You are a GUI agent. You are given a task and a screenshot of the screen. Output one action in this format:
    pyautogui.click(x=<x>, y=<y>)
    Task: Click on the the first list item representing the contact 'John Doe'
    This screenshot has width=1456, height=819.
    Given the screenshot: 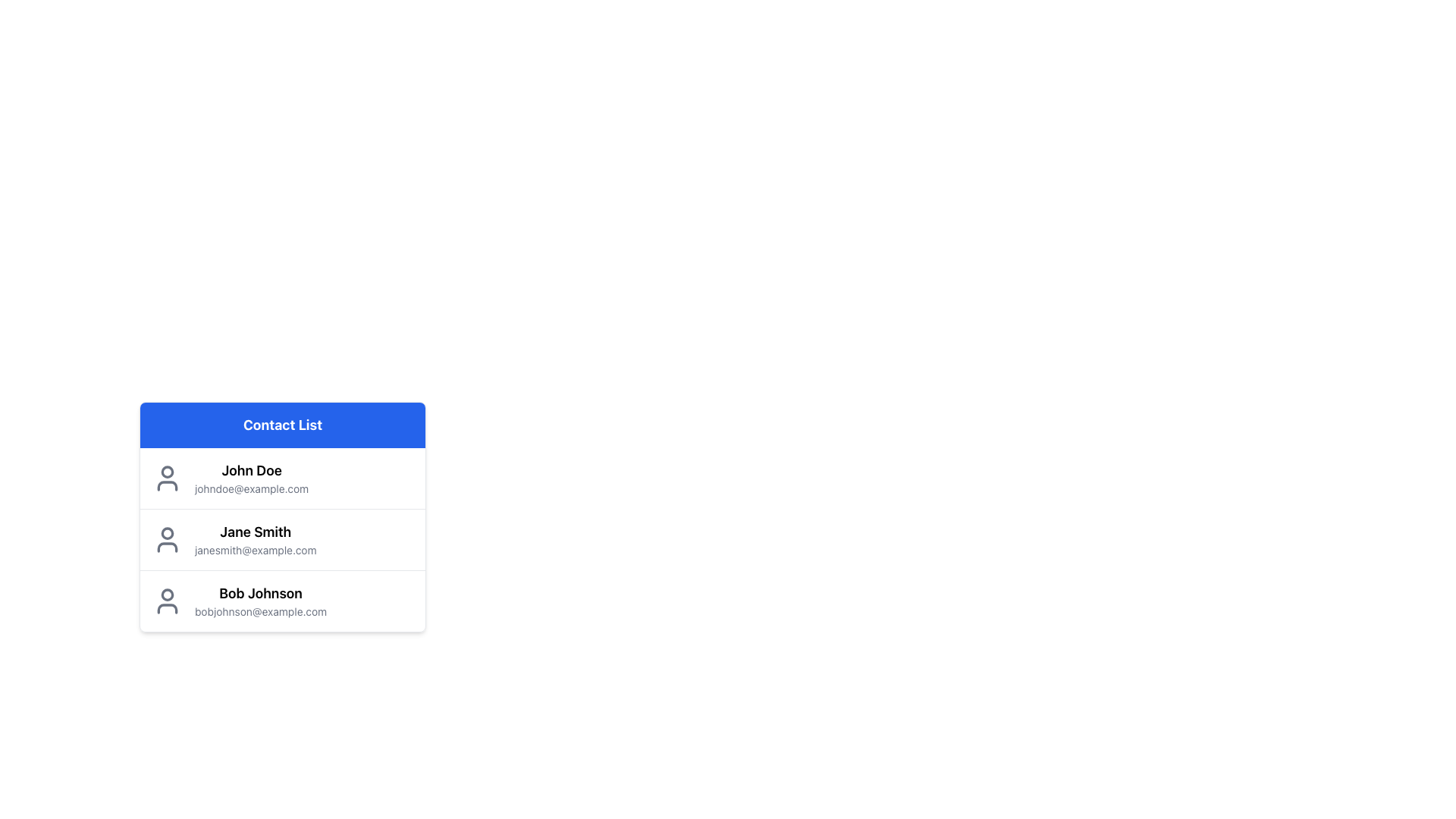 What is the action you would take?
    pyautogui.click(x=283, y=479)
    